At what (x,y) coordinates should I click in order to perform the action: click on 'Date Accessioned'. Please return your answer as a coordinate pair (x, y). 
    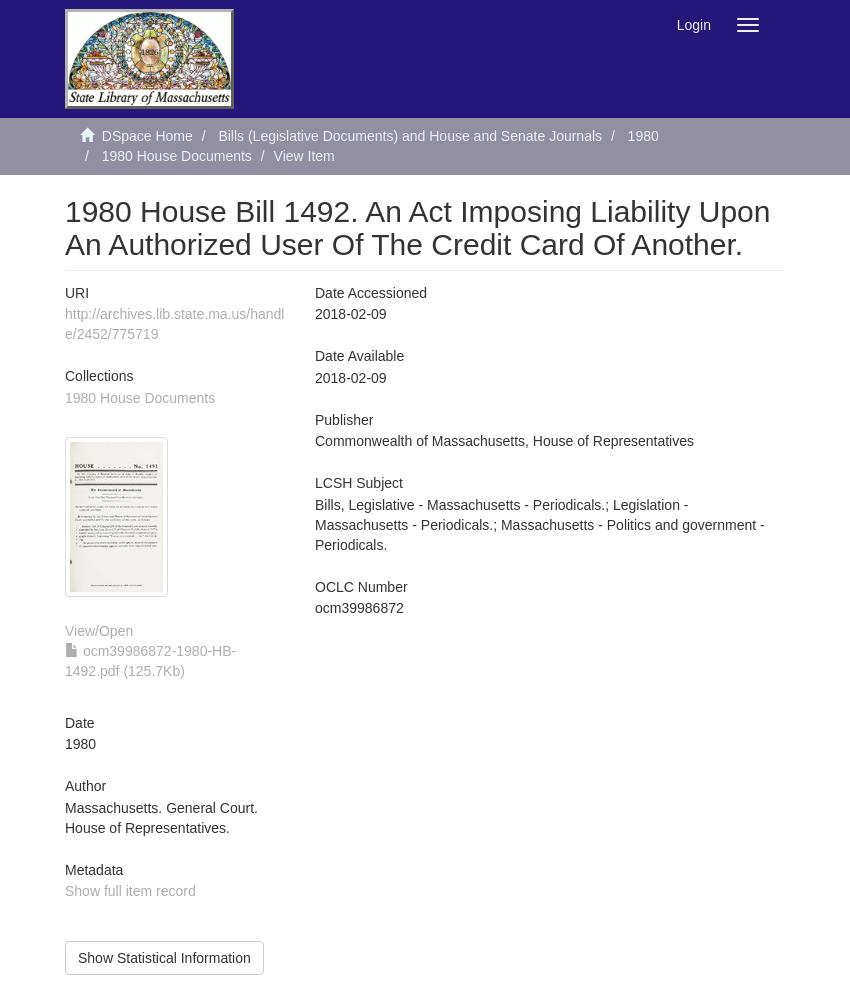
    Looking at the image, I should click on (370, 293).